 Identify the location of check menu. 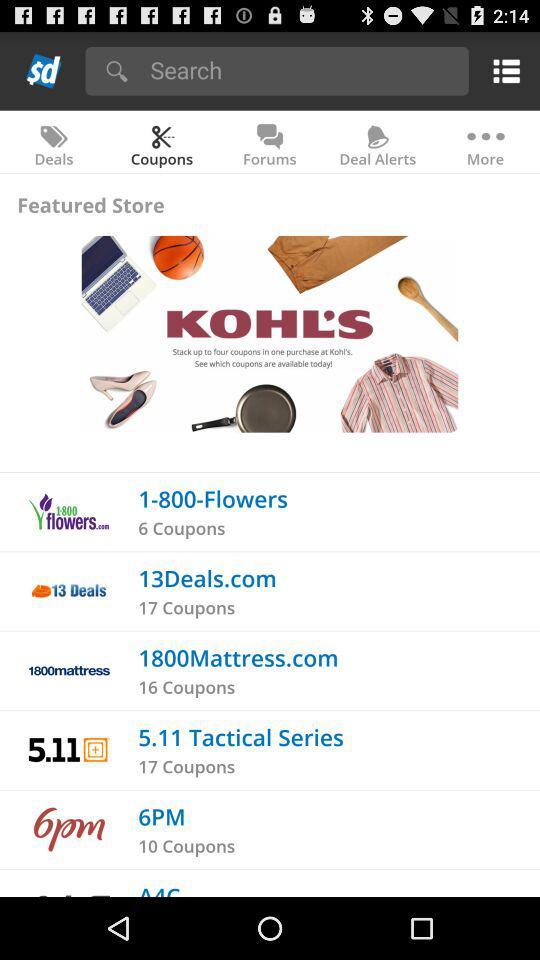
(502, 70).